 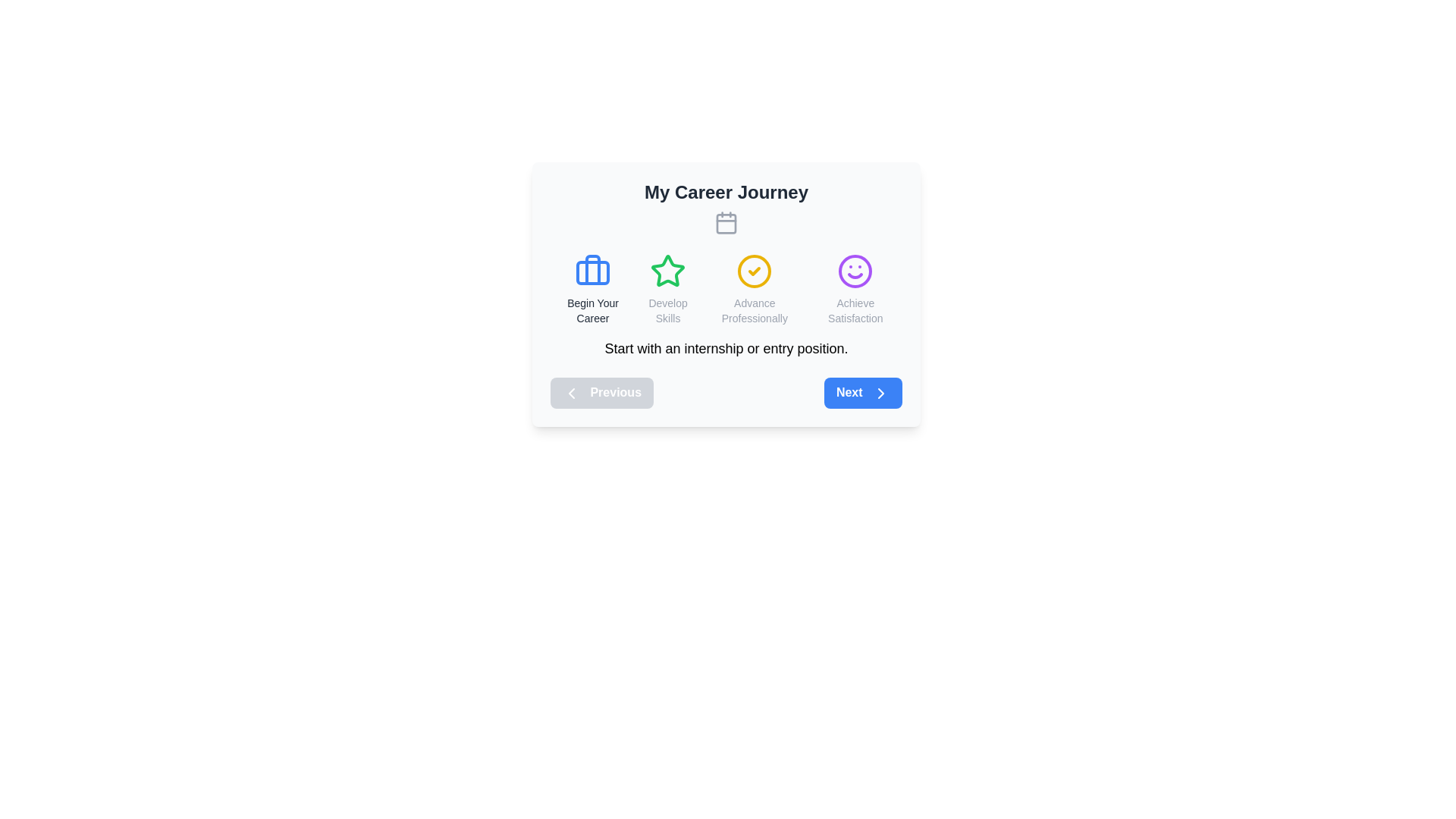 I want to click on the circular SVG graphic element representing the border within the 'Advance Professionally' icon to receive interactive feedback, so click(x=755, y=271).